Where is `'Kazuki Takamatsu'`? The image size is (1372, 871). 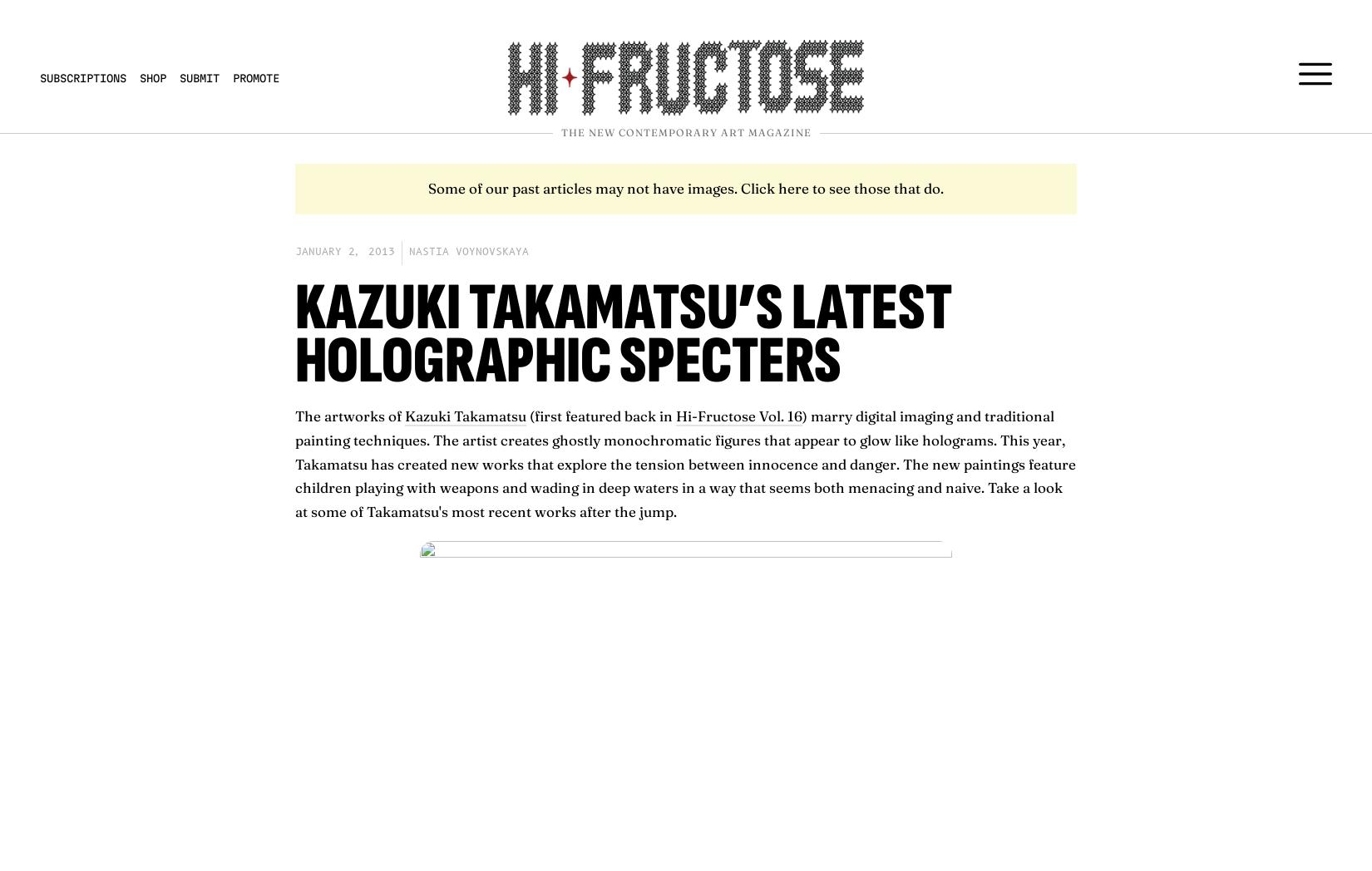
'Kazuki Takamatsu' is located at coordinates (404, 415).